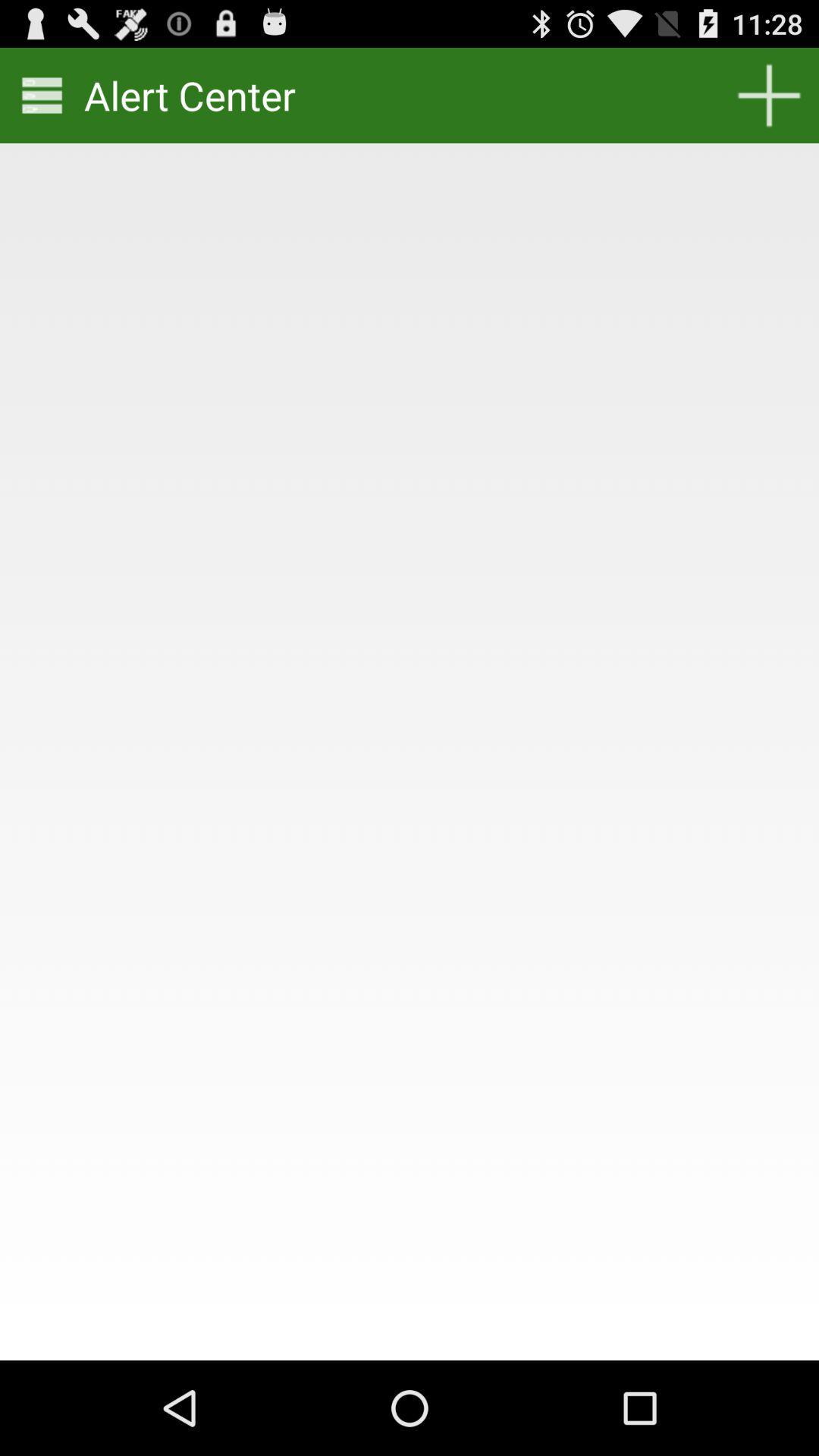  What do you see at coordinates (769, 94) in the screenshot?
I see `the item next to alert center` at bounding box center [769, 94].